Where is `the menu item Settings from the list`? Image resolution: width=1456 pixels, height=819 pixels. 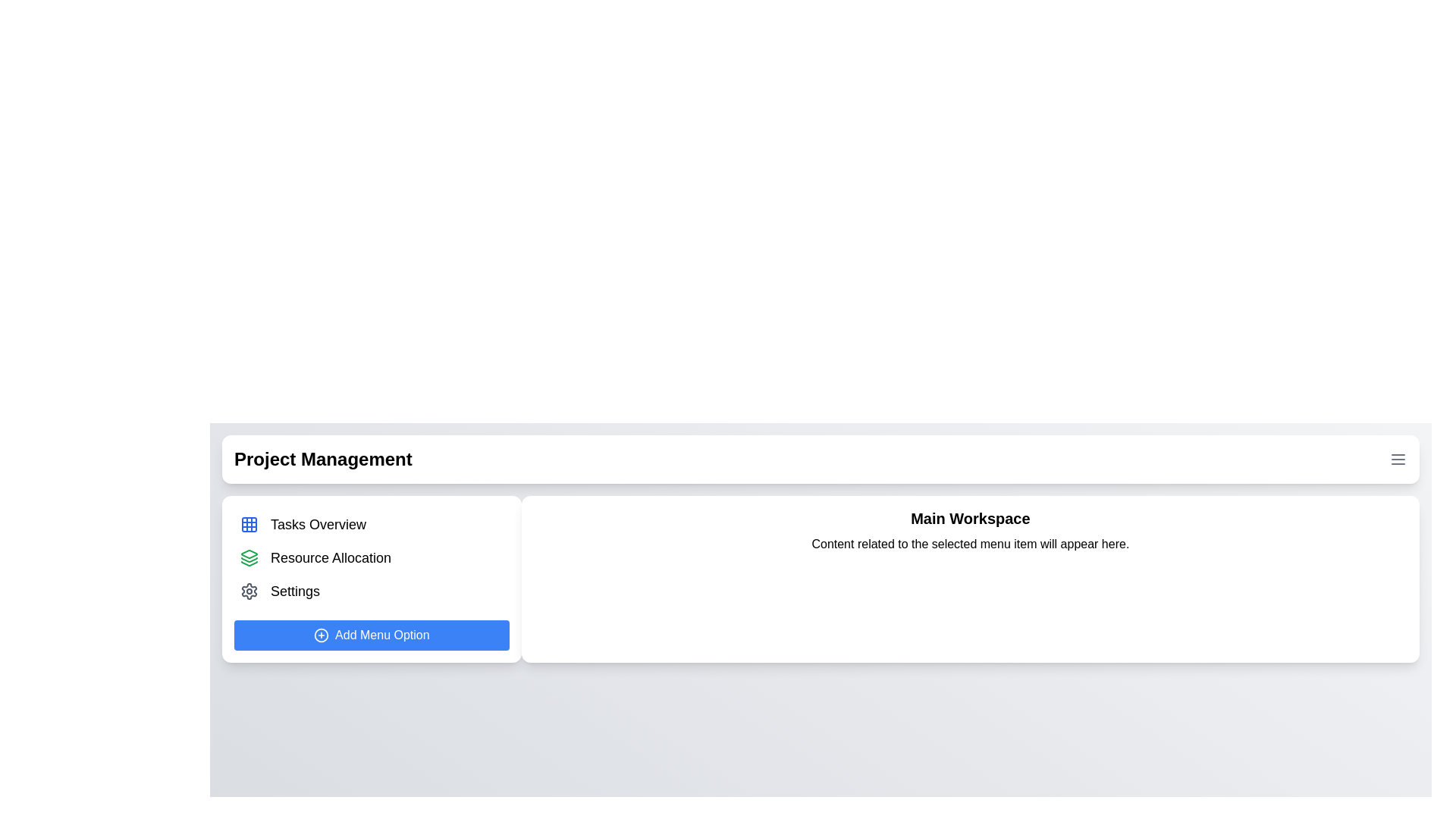
the menu item Settings from the list is located at coordinates (372, 590).